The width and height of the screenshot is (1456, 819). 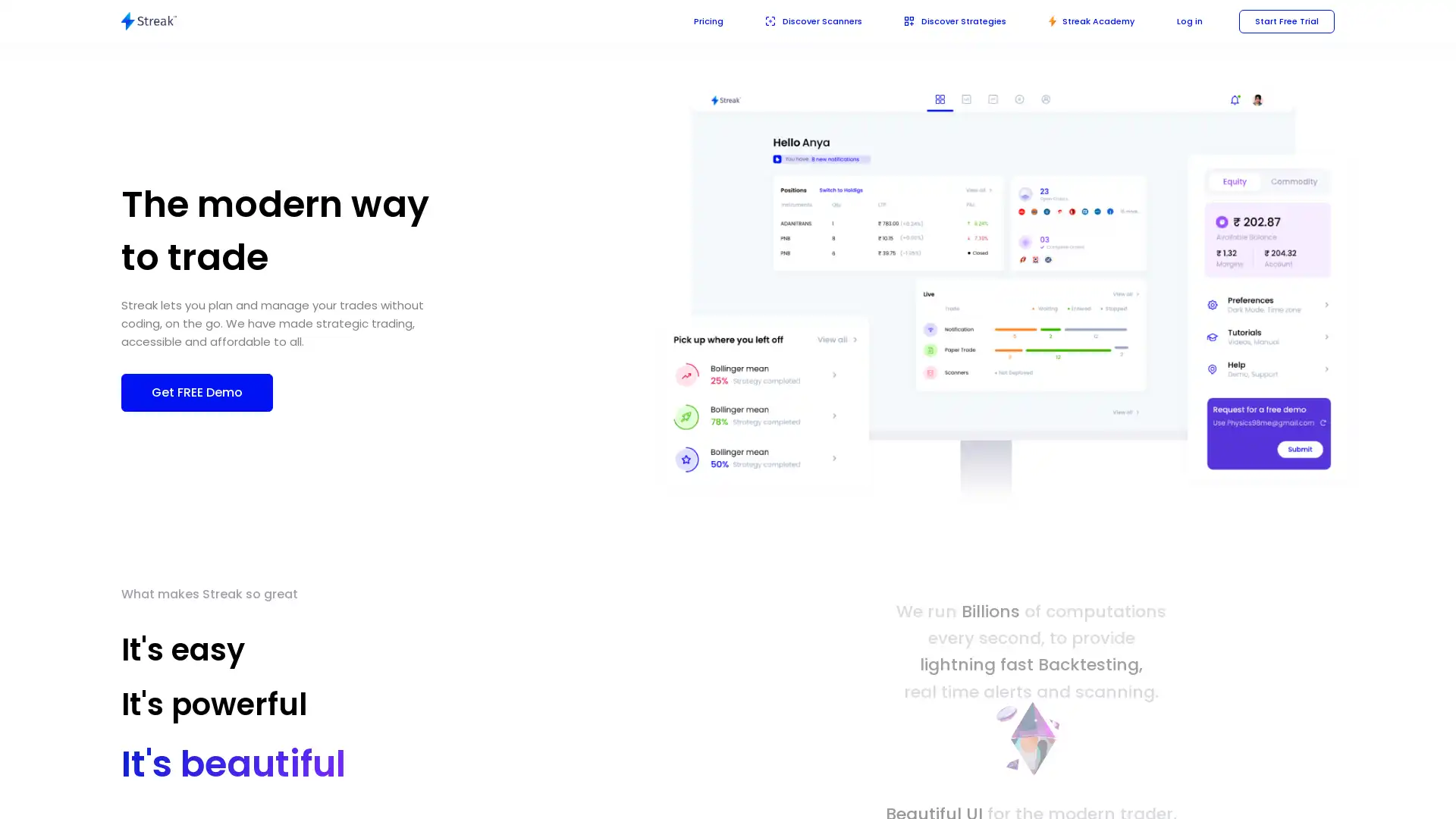 I want to click on Get FREE Demo, so click(x=196, y=391).